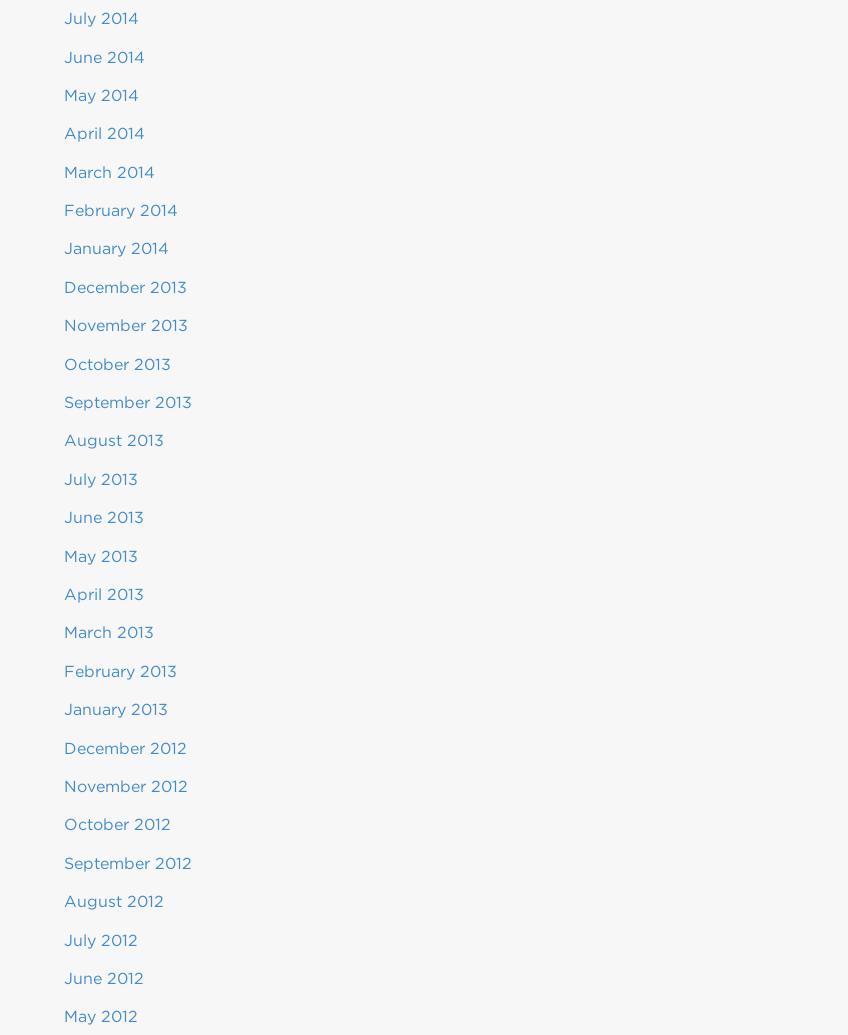 The height and width of the screenshot is (1035, 848). I want to click on 'November 2012', so click(125, 784).